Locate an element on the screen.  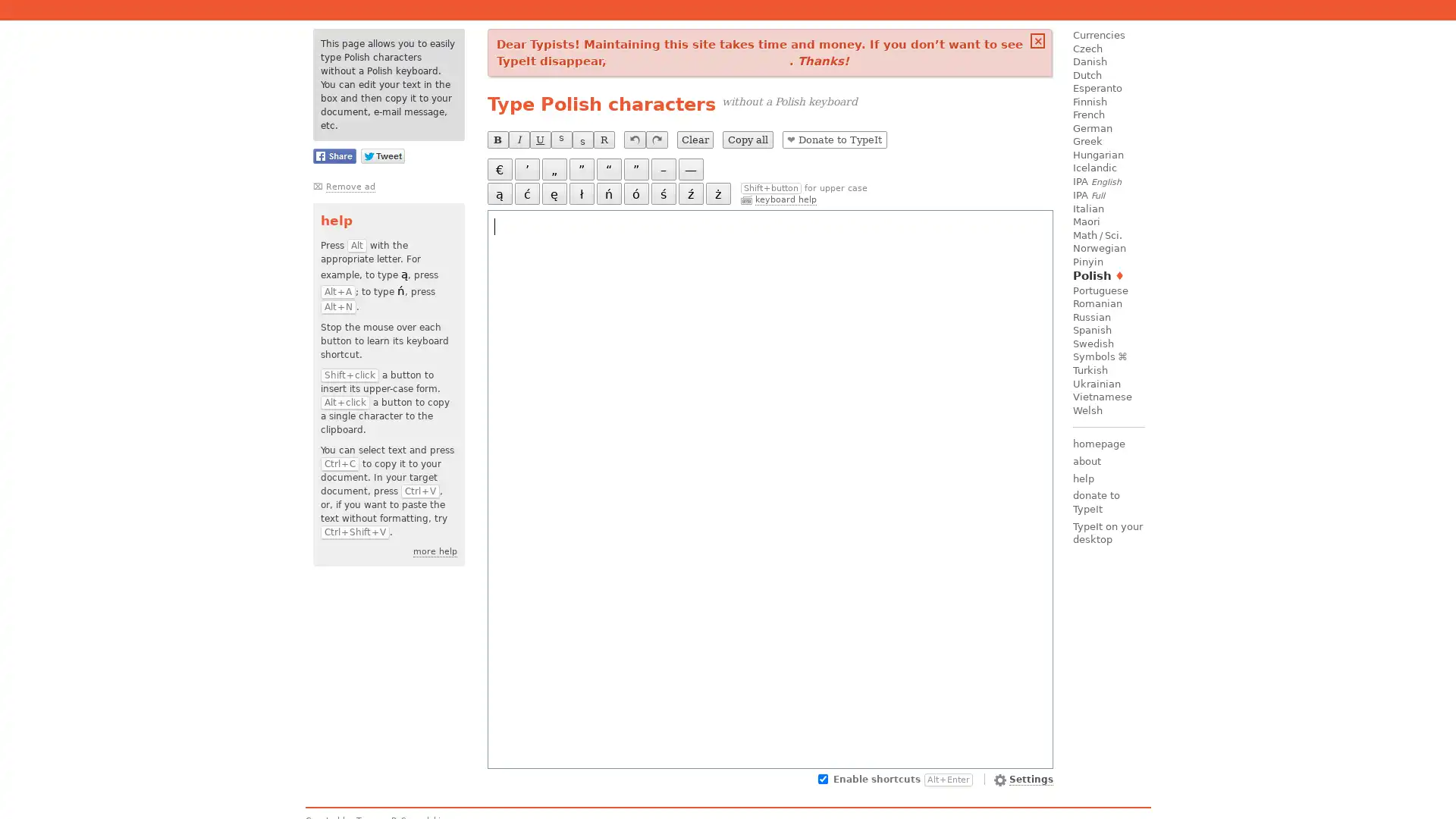
B is located at coordinates (497, 140).